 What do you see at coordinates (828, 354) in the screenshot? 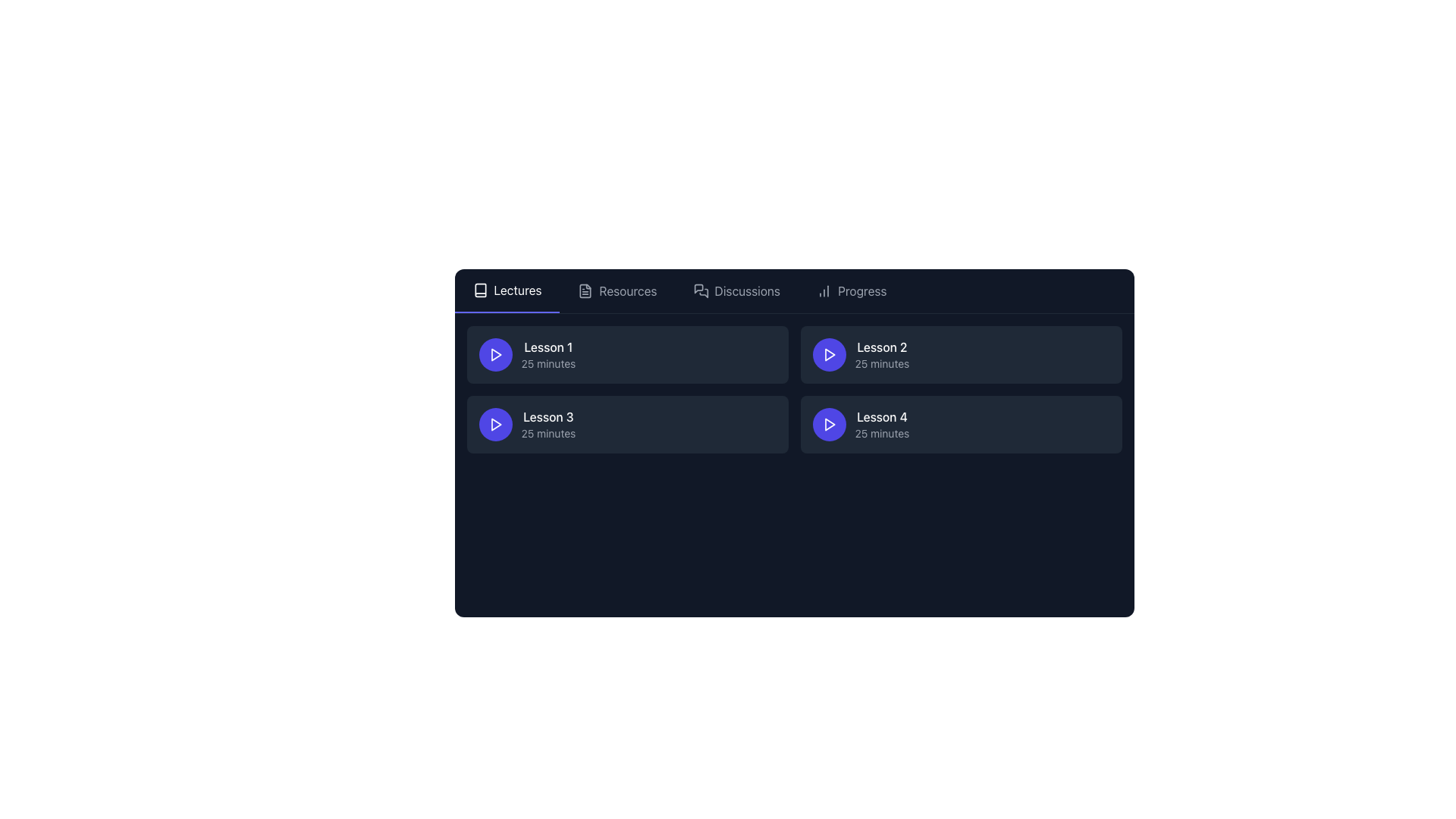
I see `the play button icon, which is a triangular play symbol within a circular blue background, located in the top-right of the second lesson card to initiate playback of the content` at bounding box center [828, 354].